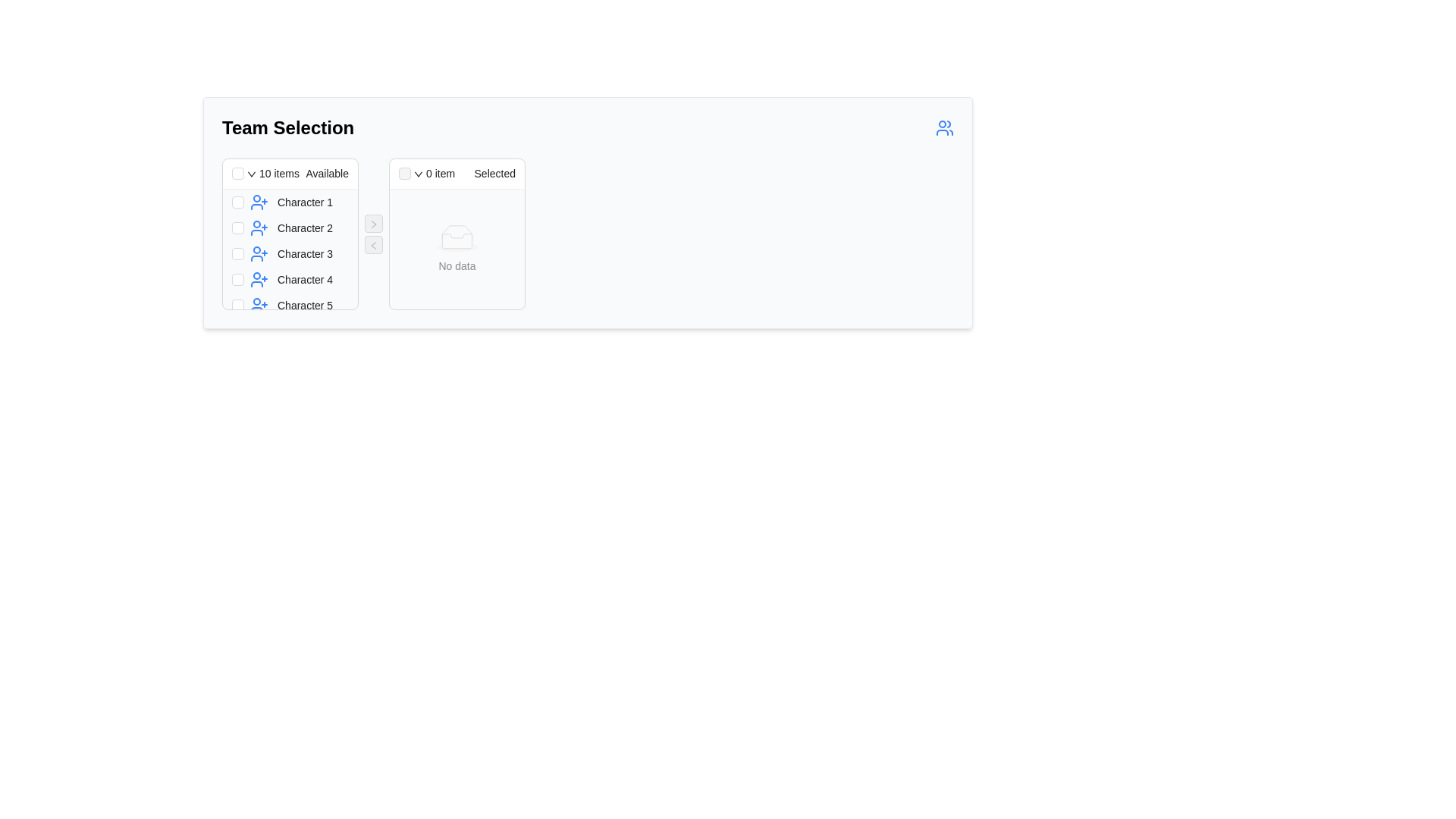 The image size is (1456, 819). Describe the element at coordinates (304, 305) in the screenshot. I see `the fifth text label in the 'Available' group of the 'Team Selection' panel, which identifies a selectable item below 'Character 4'` at that location.